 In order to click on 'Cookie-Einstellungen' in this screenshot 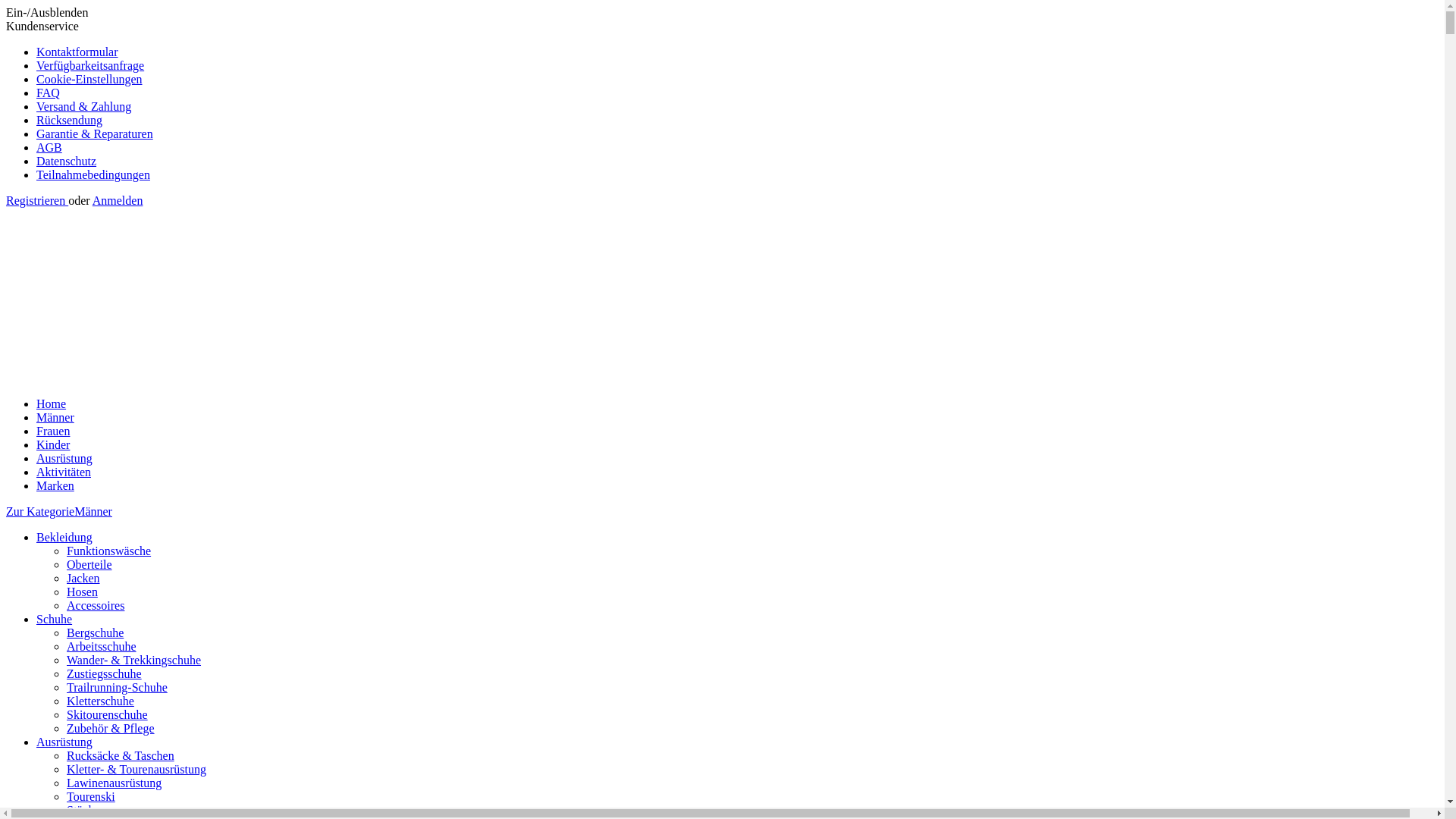, I will do `click(89, 79)`.